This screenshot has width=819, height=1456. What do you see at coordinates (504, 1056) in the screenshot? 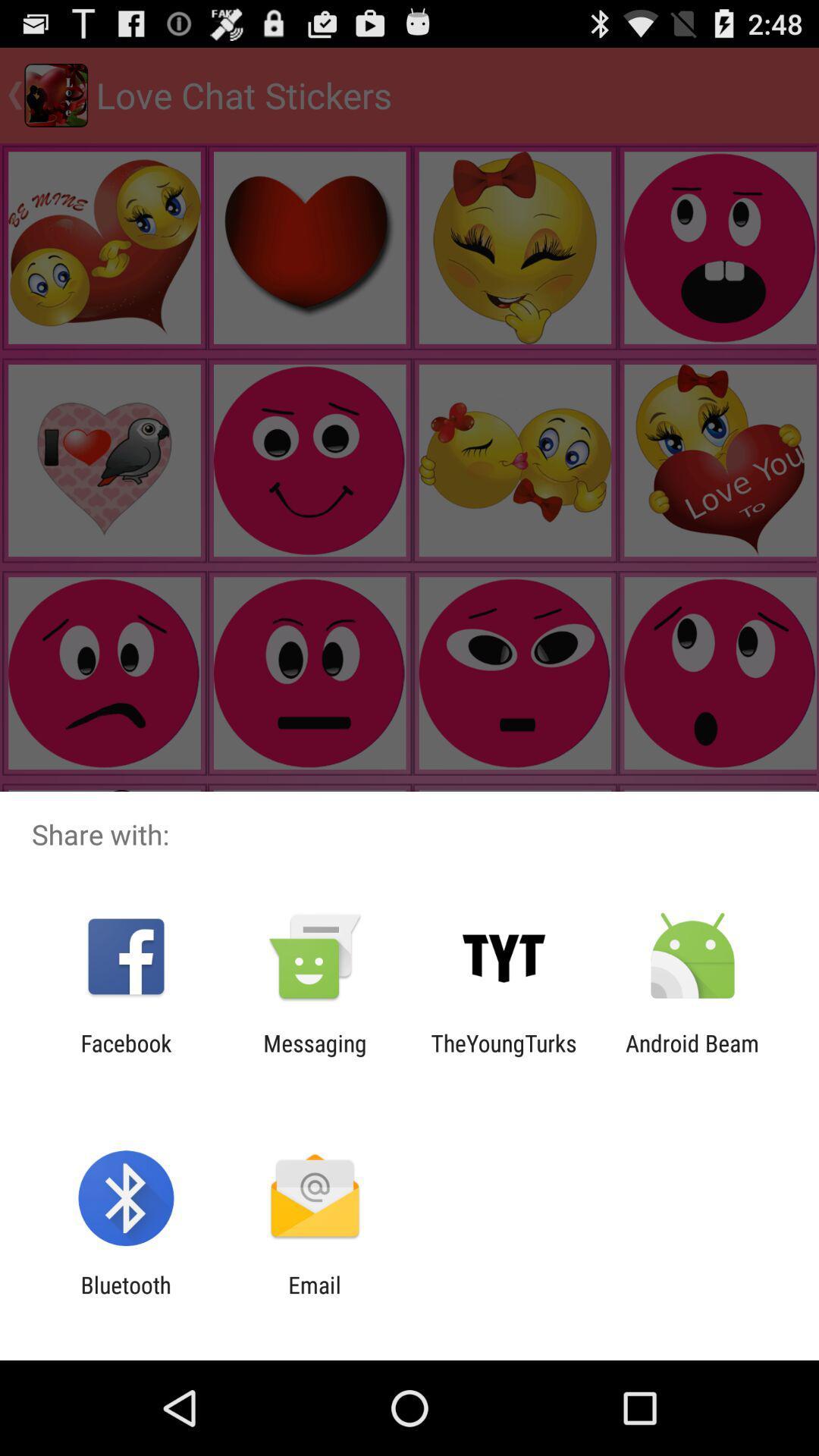
I see `the app next to the android beam icon` at bounding box center [504, 1056].